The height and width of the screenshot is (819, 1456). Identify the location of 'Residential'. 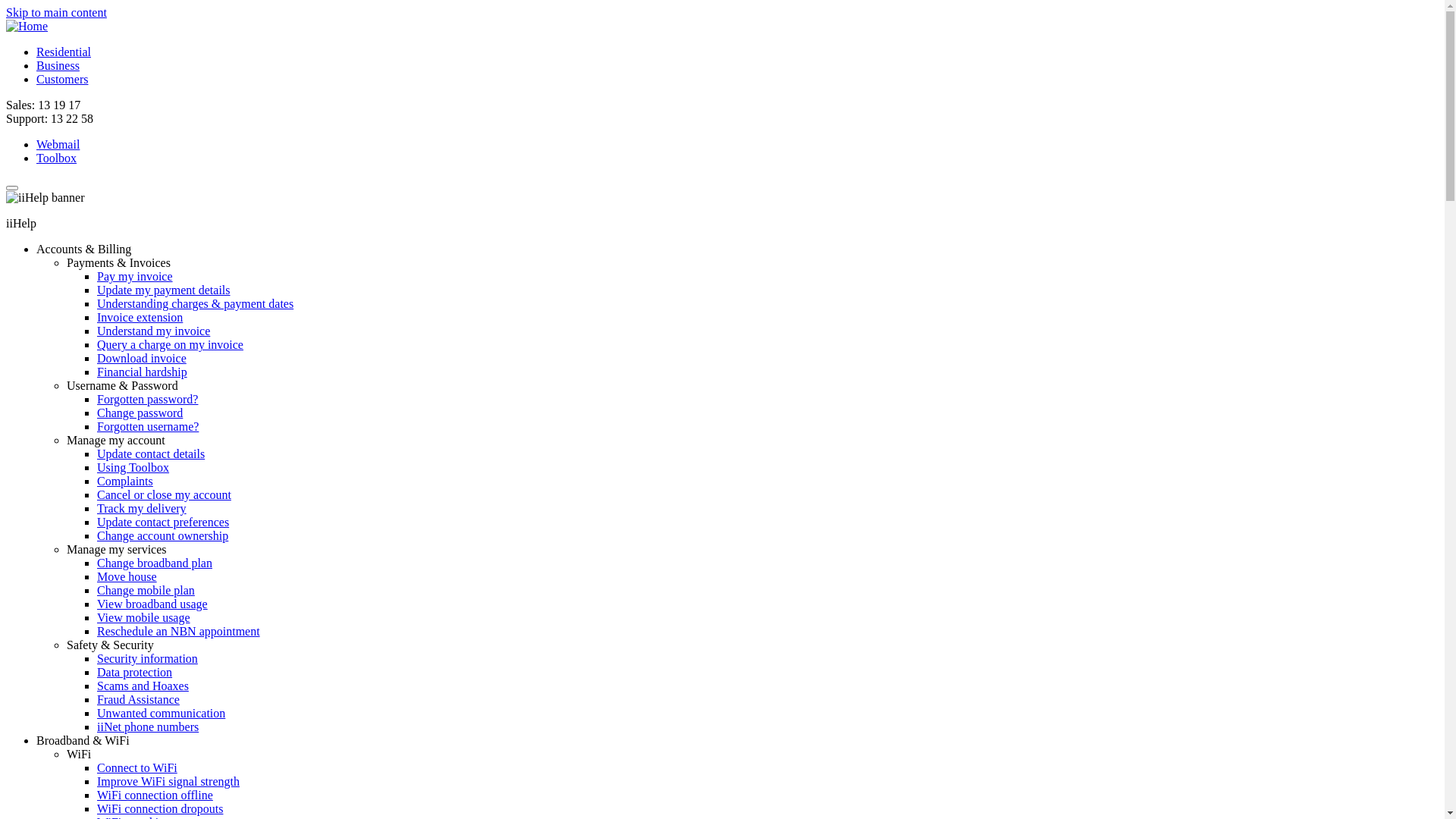
(62, 51).